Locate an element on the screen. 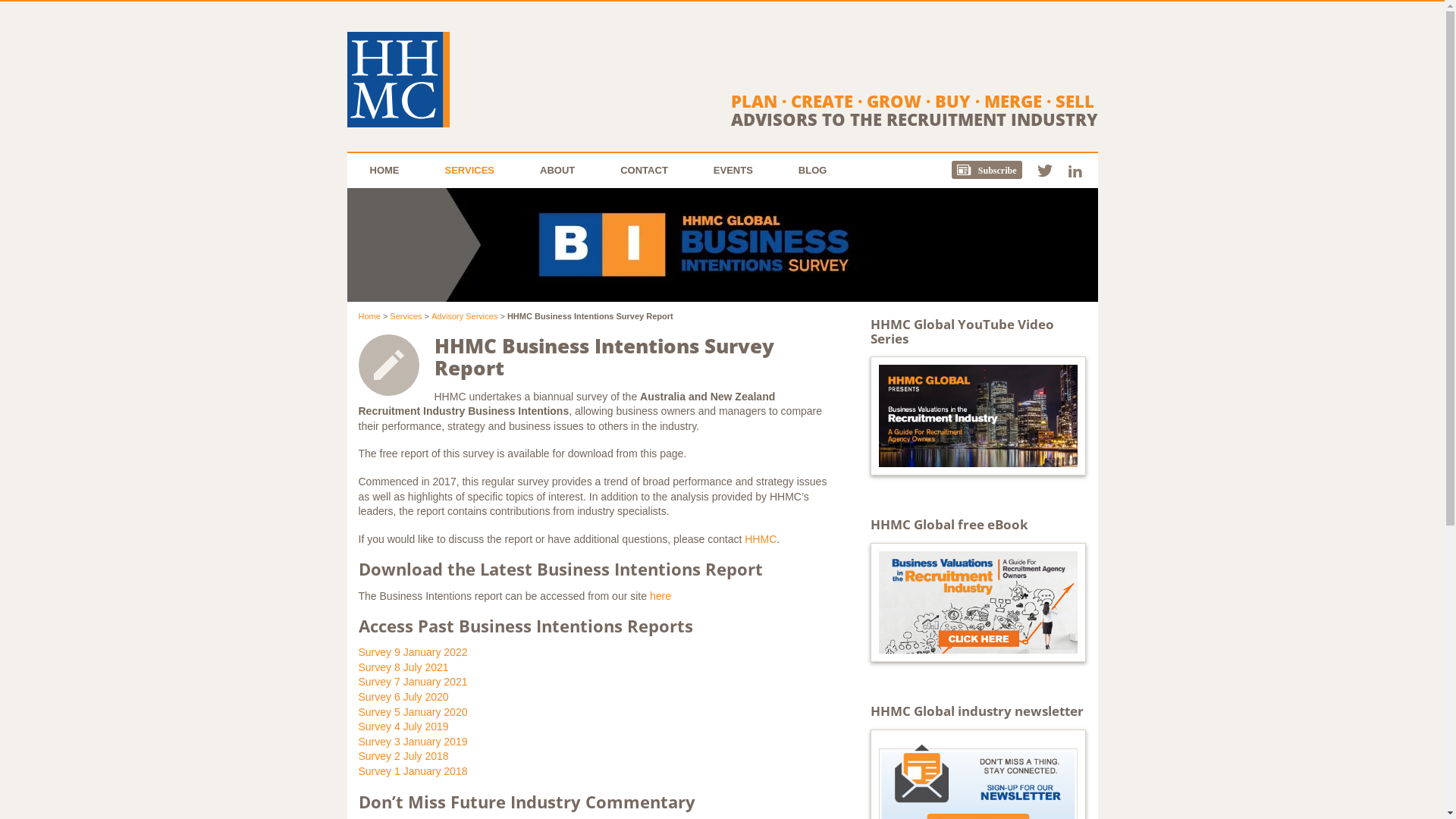 The width and height of the screenshot is (1456, 819). 'Subscribe' is located at coordinates (994, 170).